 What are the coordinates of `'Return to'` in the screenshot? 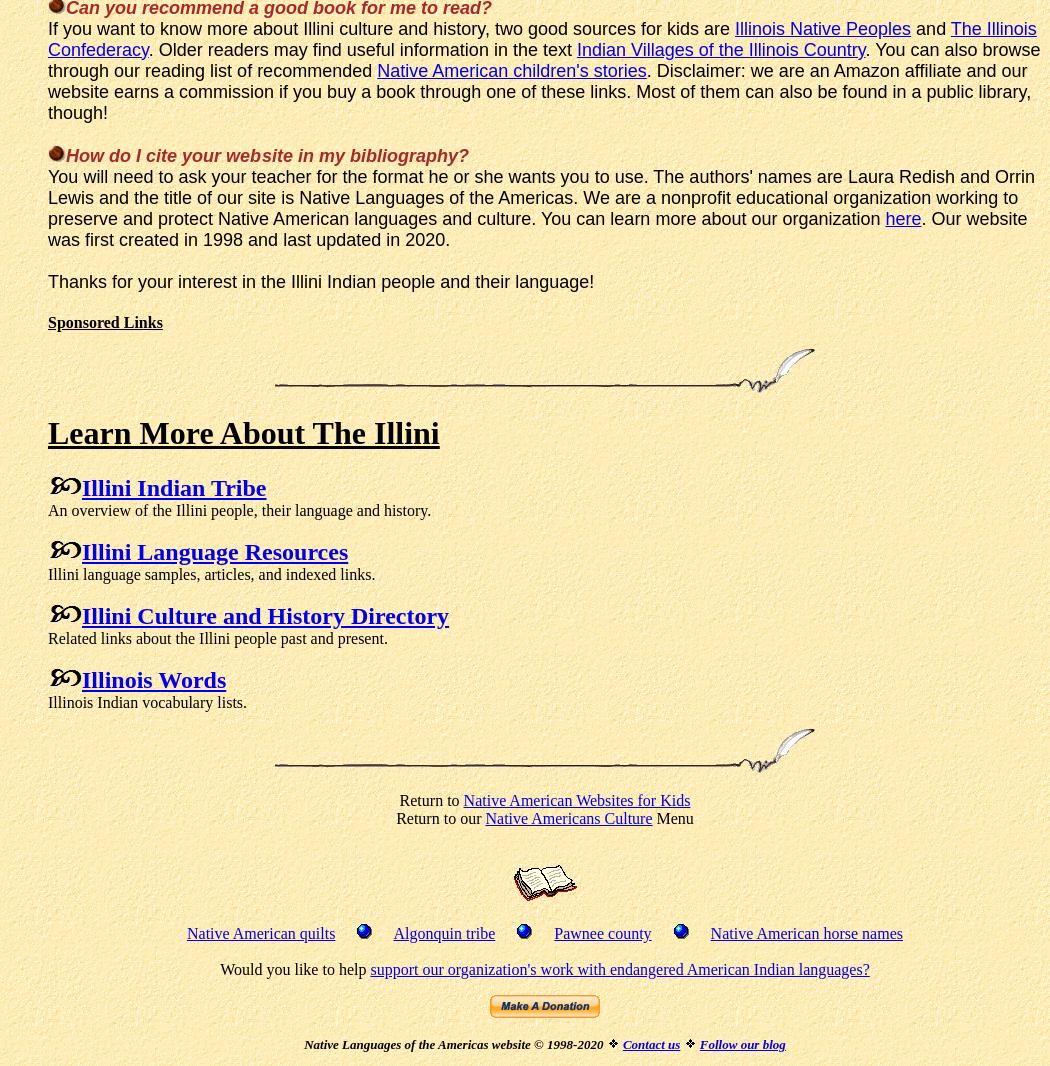 It's located at (430, 798).